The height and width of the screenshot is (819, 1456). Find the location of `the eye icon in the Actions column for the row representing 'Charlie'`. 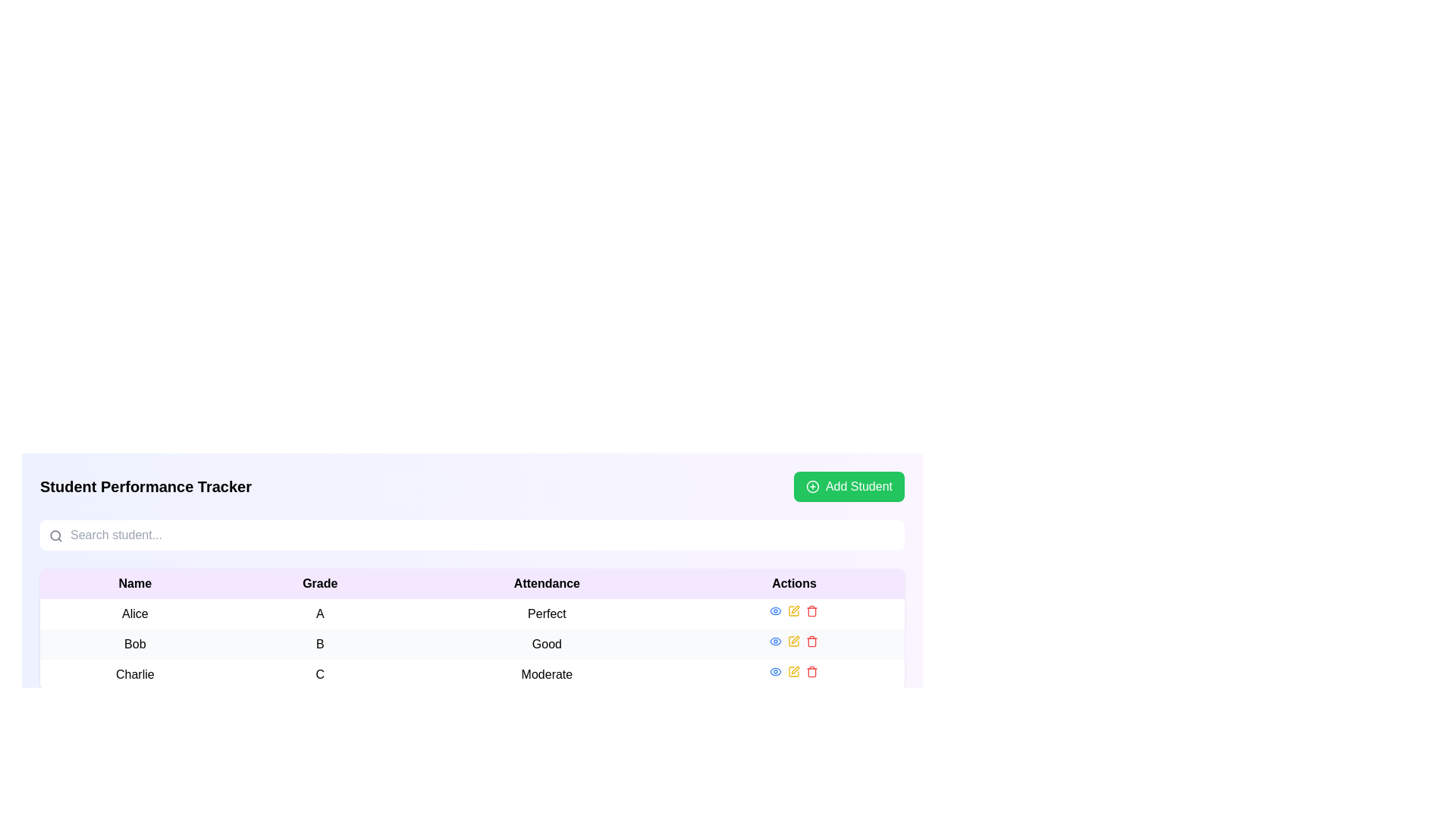

the eye icon in the Actions column for the row representing 'Charlie' is located at coordinates (793, 671).